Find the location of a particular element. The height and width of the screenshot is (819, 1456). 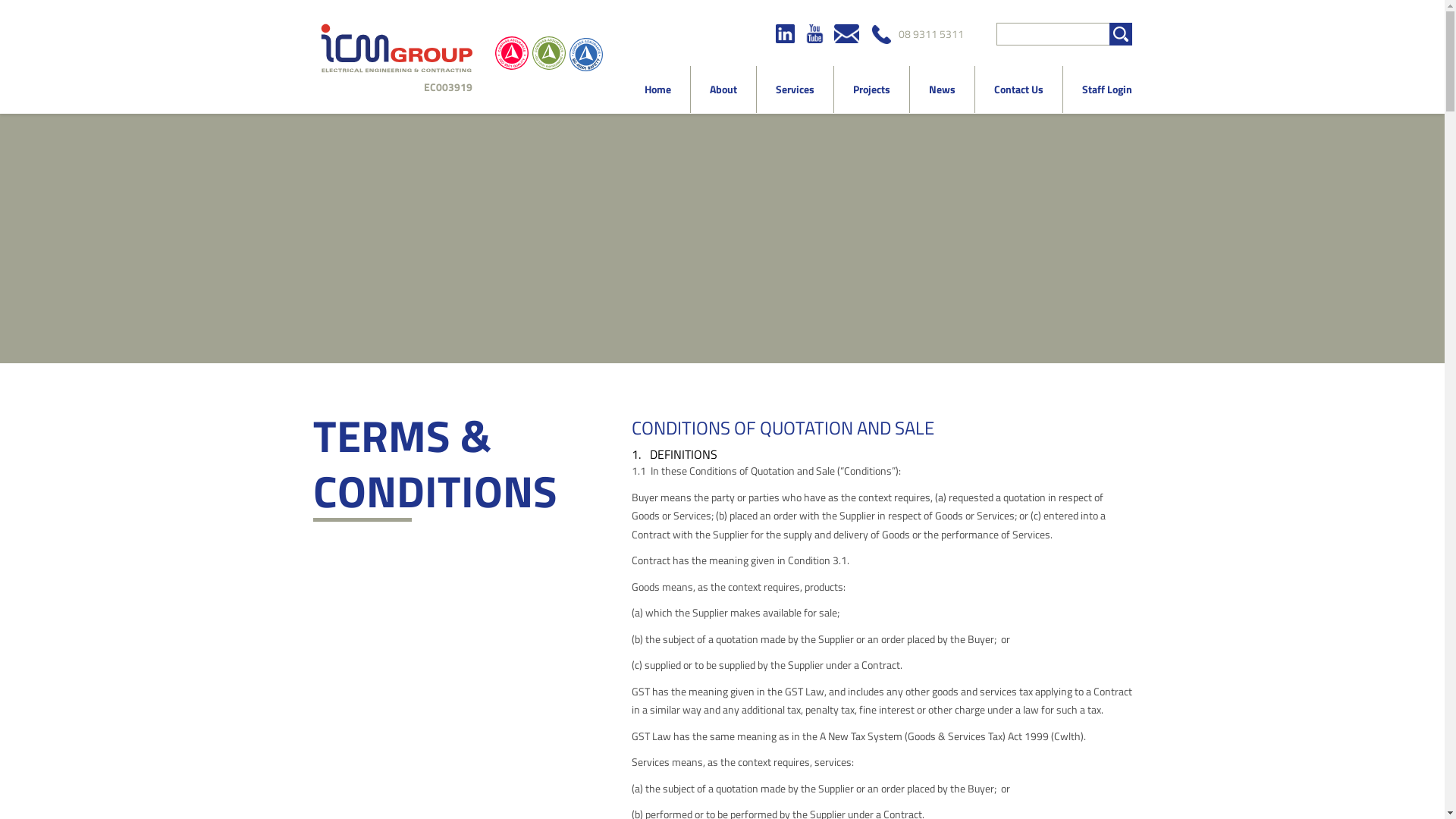

'Staff Login' is located at coordinates (1097, 89).